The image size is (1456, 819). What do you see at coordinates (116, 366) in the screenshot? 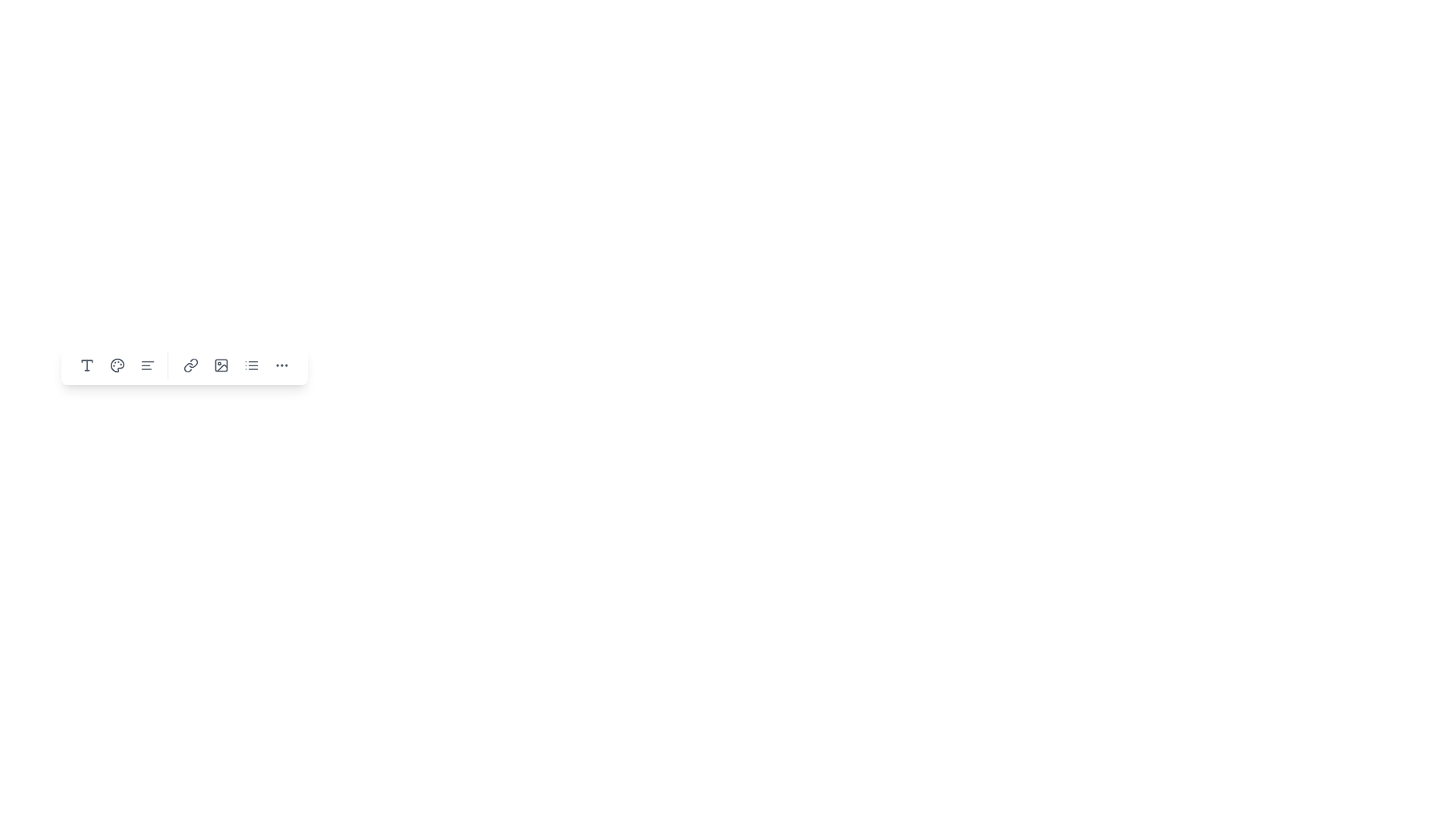
I see `the color or styling button located in the middle of the horizontal toolbar, which is the second button after a T-shaped text-related icon` at bounding box center [116, 366].